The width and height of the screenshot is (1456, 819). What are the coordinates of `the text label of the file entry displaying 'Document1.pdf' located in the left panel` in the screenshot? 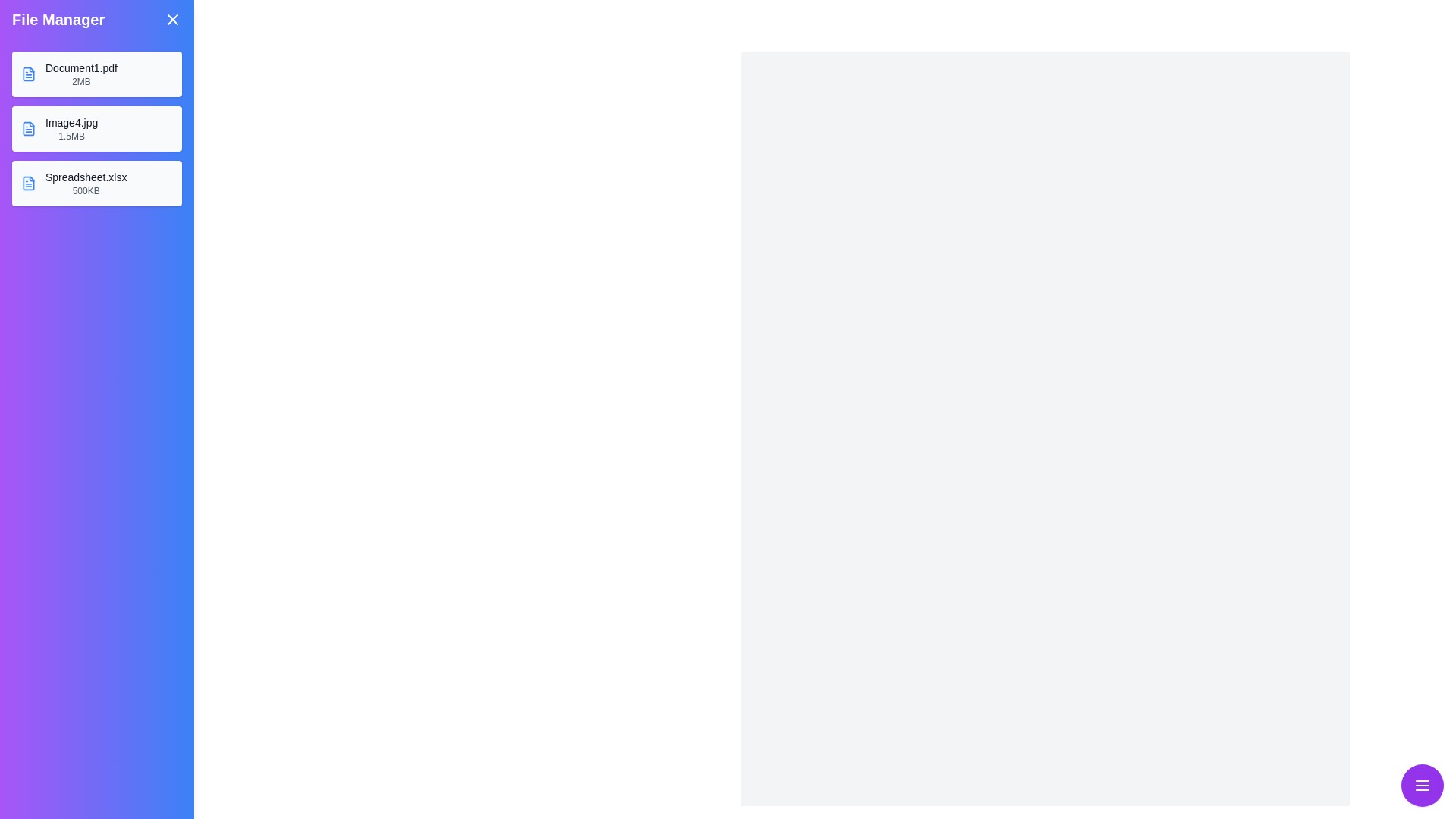 It's located at (80, 67).